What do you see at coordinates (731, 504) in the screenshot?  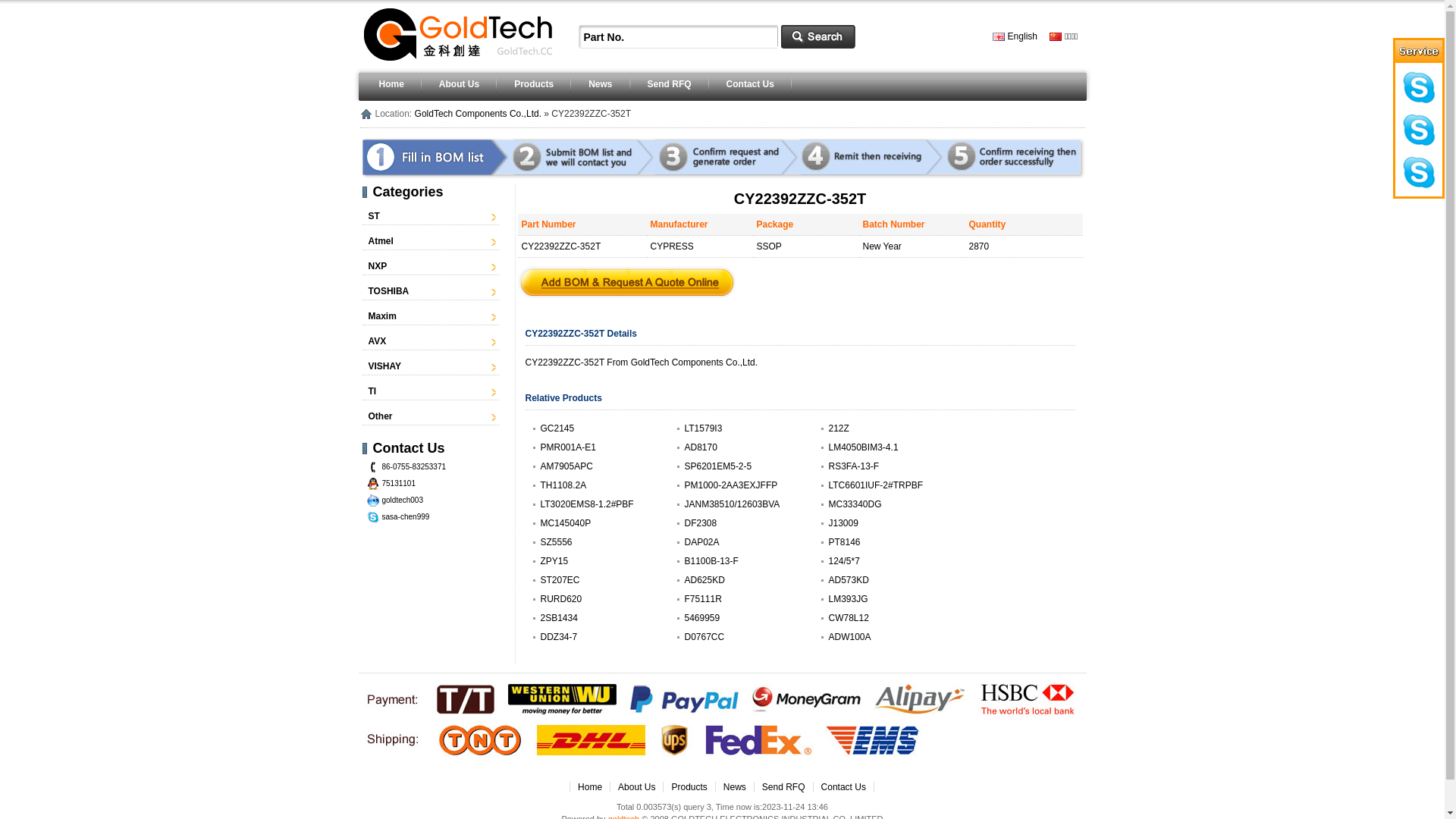 I see `'JANM38510/12603BVA'` at bounding box center [731, 504].